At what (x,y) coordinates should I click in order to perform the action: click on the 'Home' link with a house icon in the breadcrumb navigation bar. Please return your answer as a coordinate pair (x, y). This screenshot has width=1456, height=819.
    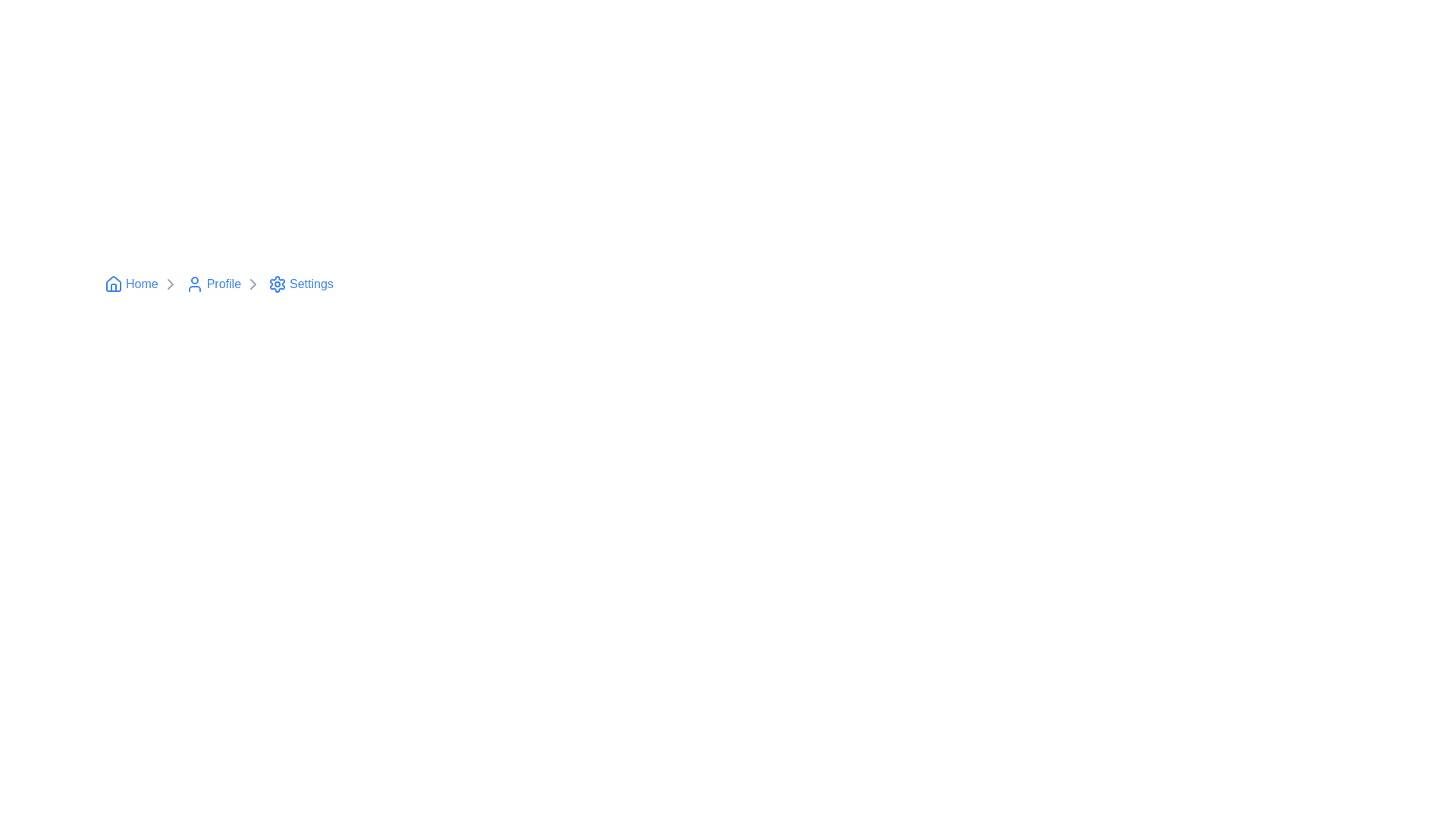
    Looking at the image, I should click on (130, 284).